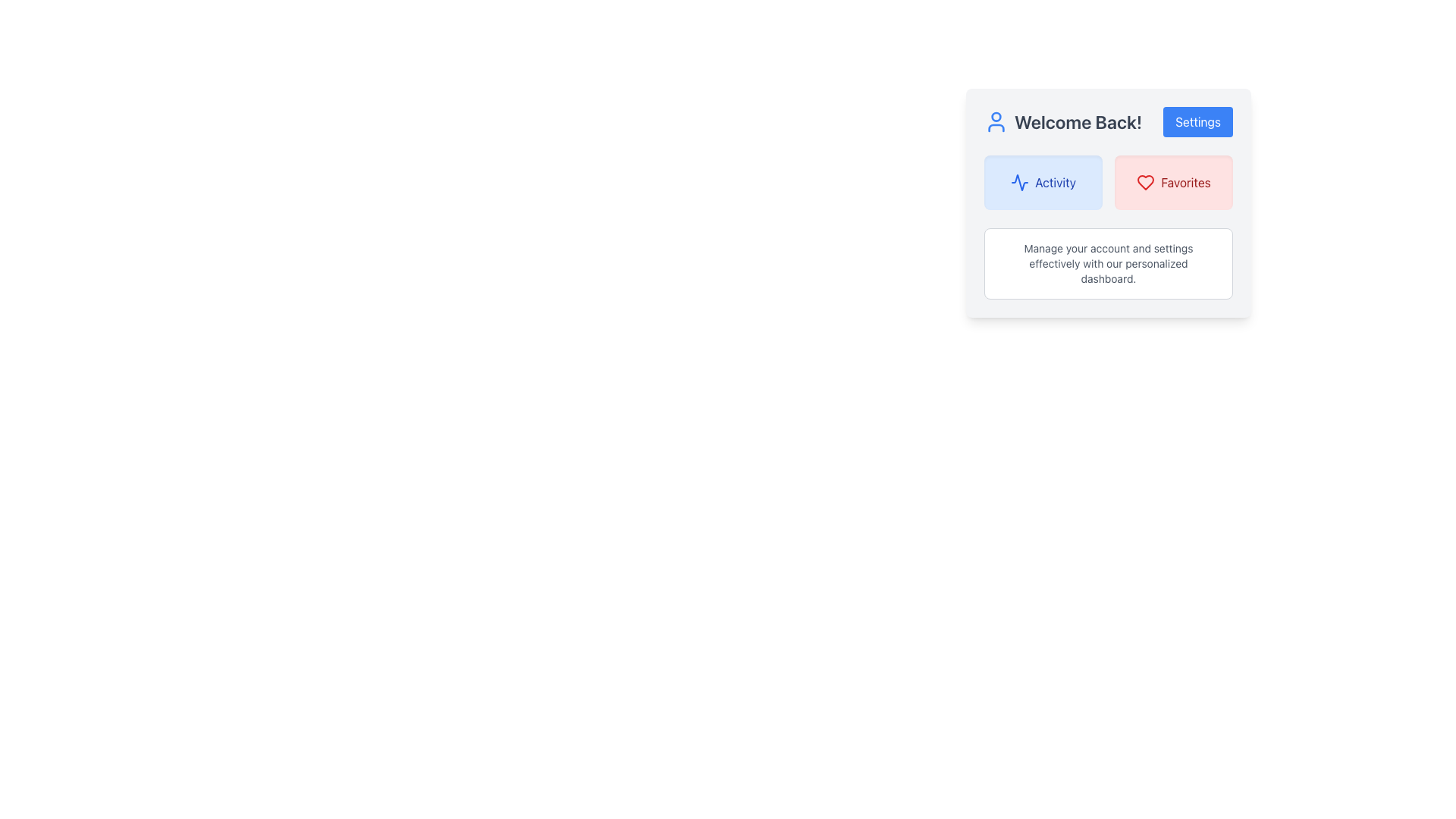  Describe the element at coordinates (1197, 121) in the screenshot. I see `the settings button located at the top-right corner of the interface card` at that location.